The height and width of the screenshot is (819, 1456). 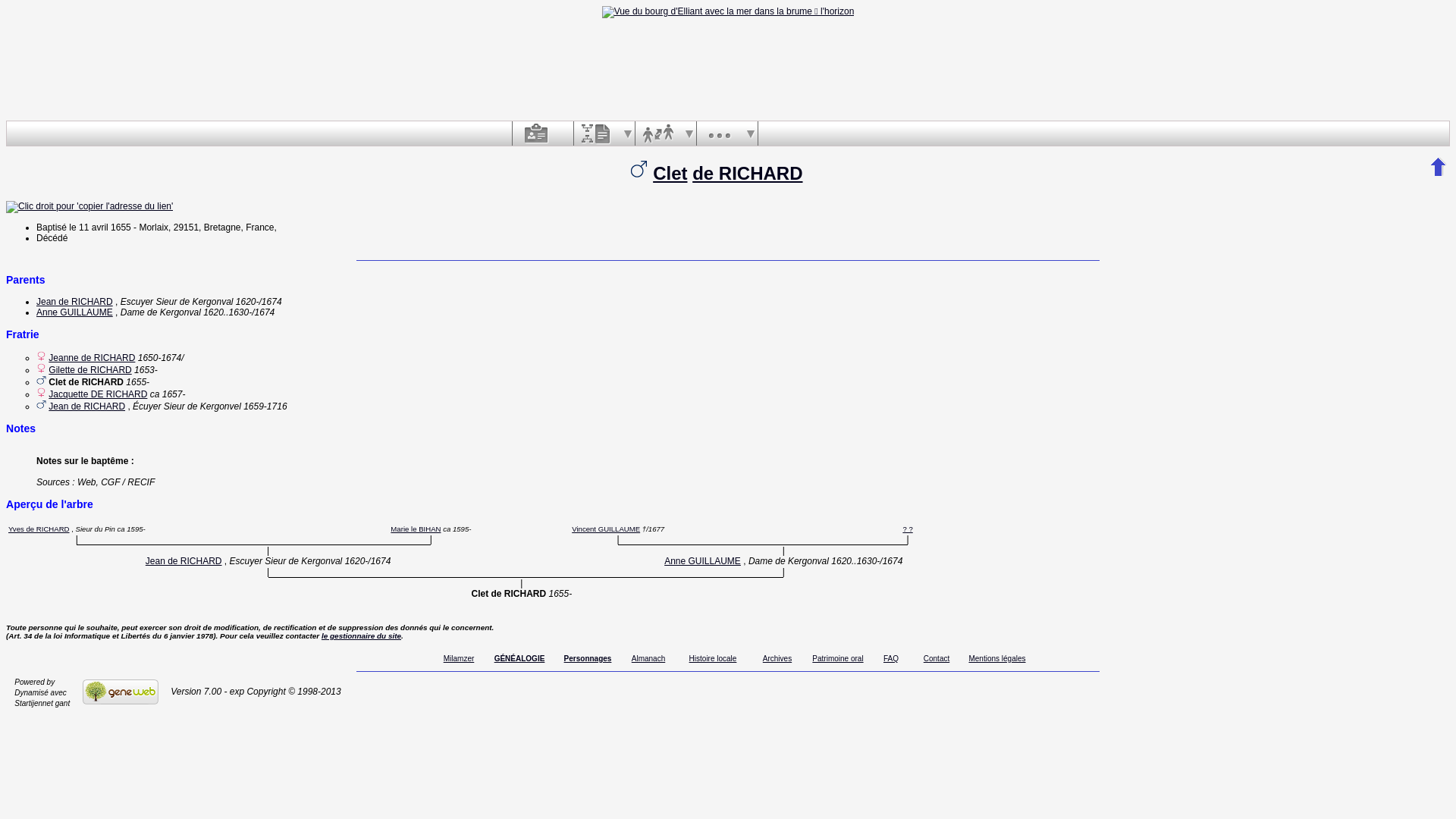 What do you see at coordinates (360, 635) in the screenshot?
I see `'le gestionnaire du site'` at bounding box center [360, 635].